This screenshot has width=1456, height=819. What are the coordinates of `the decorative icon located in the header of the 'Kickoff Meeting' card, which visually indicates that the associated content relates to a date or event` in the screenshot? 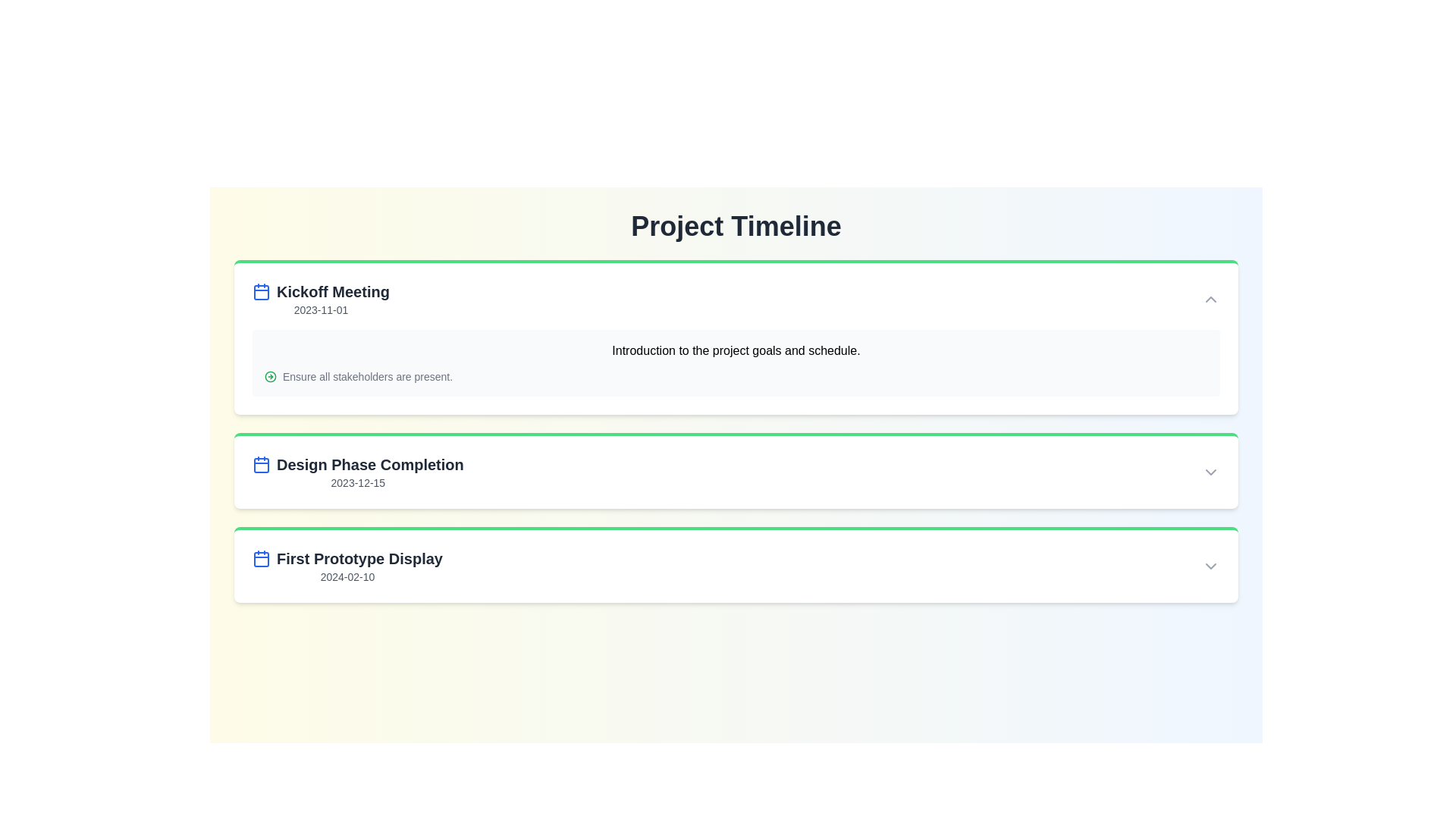 It's located at (262, 292).